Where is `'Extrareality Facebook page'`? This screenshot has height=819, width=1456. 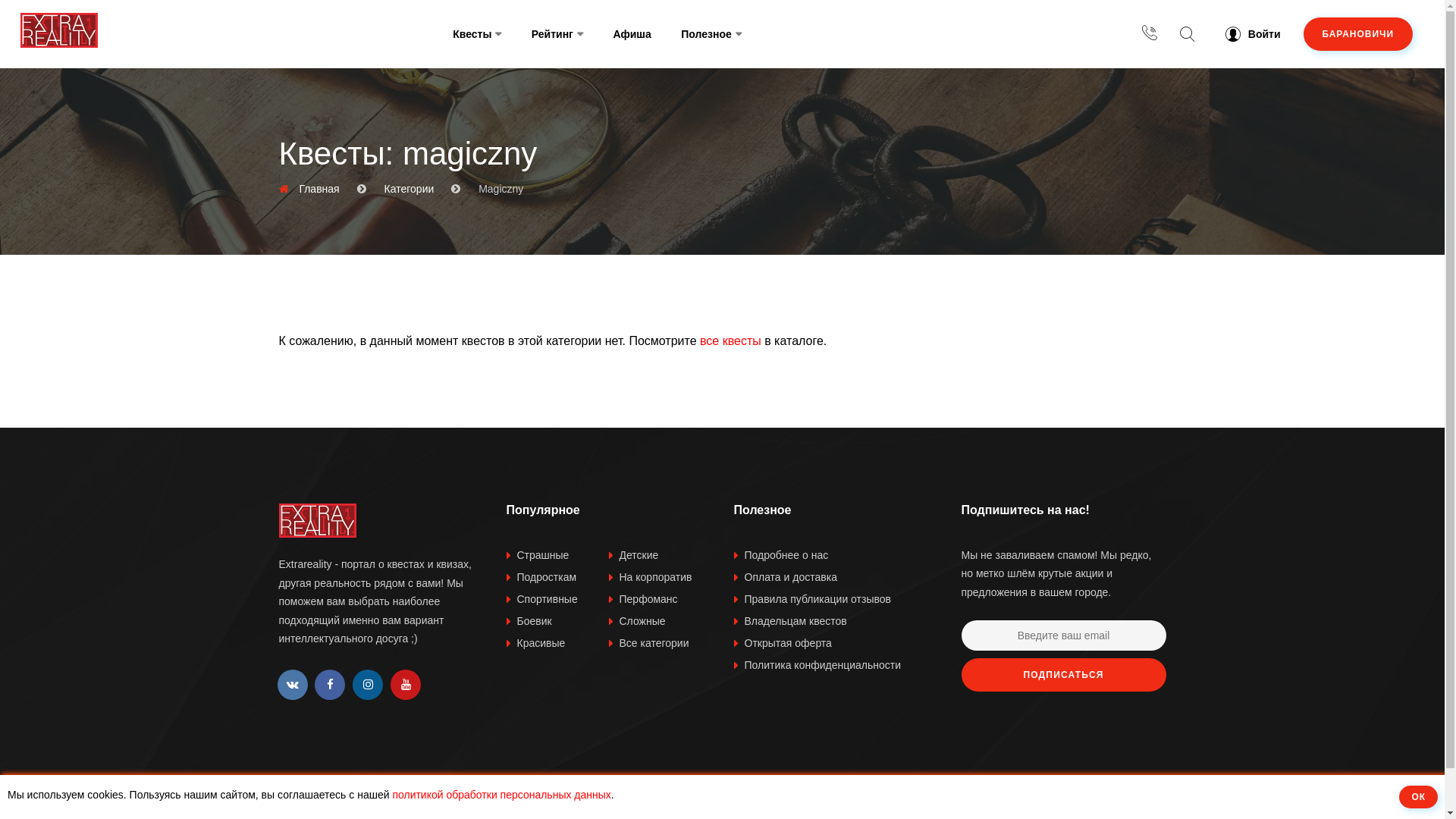 'Extrareality Facebook page' is located at coordinates (329, 684).